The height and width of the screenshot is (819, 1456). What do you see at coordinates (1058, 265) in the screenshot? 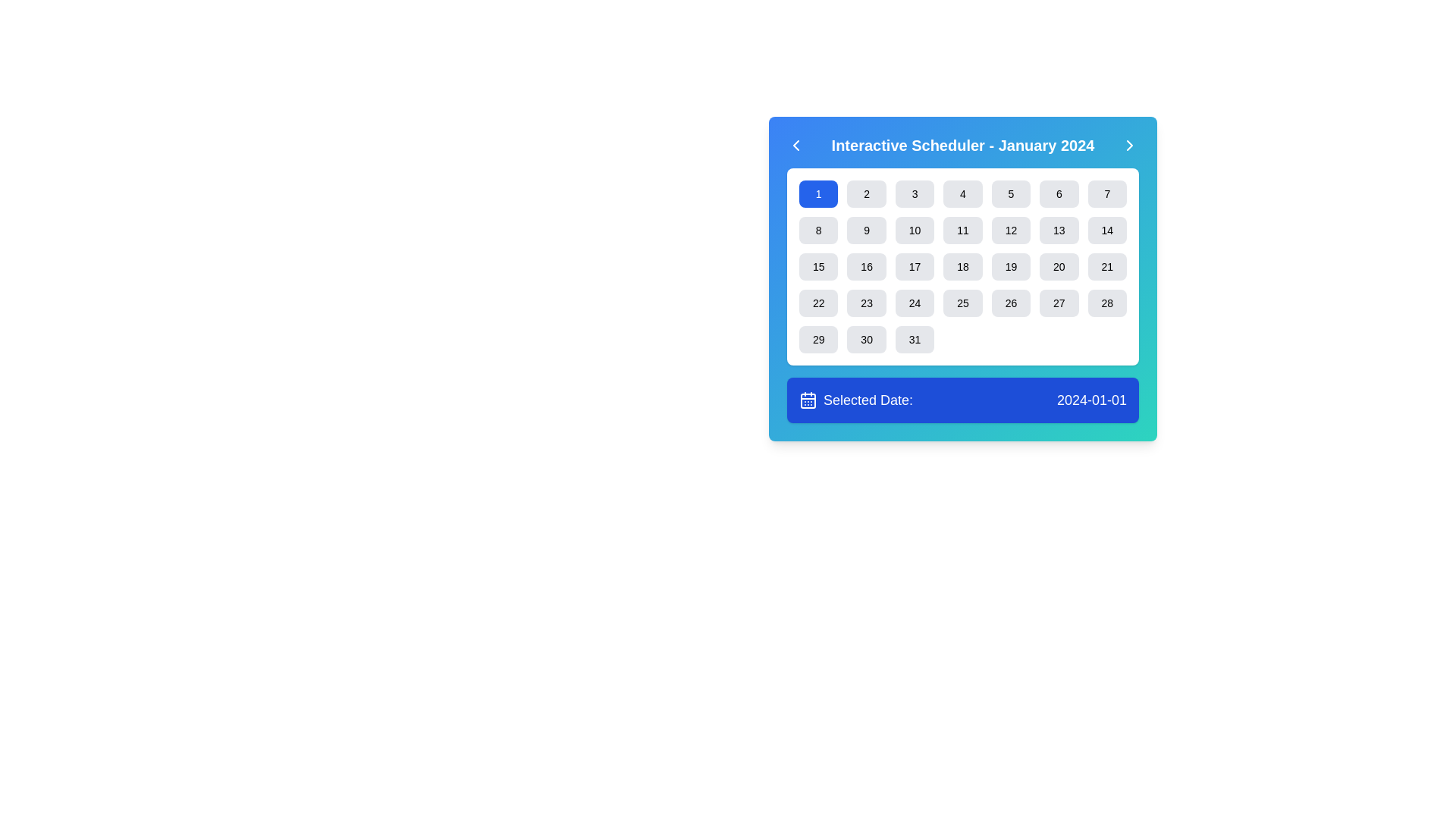
I see `the button representing the date '20' in the calendar interface` at bounding box center [1058, 265].